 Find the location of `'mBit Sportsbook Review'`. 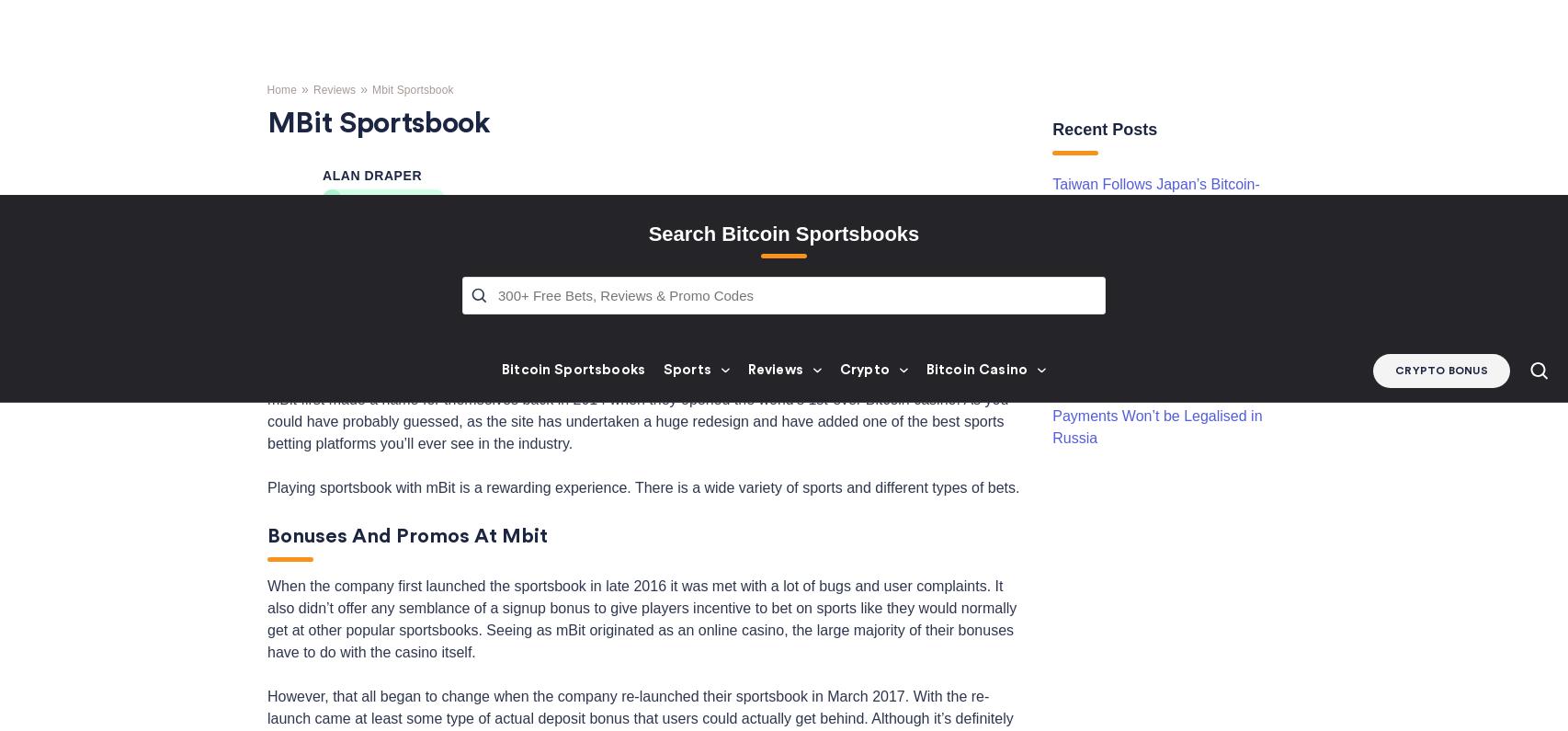

'mBit Sportsbook Review' is located at coordinates (384, 10).